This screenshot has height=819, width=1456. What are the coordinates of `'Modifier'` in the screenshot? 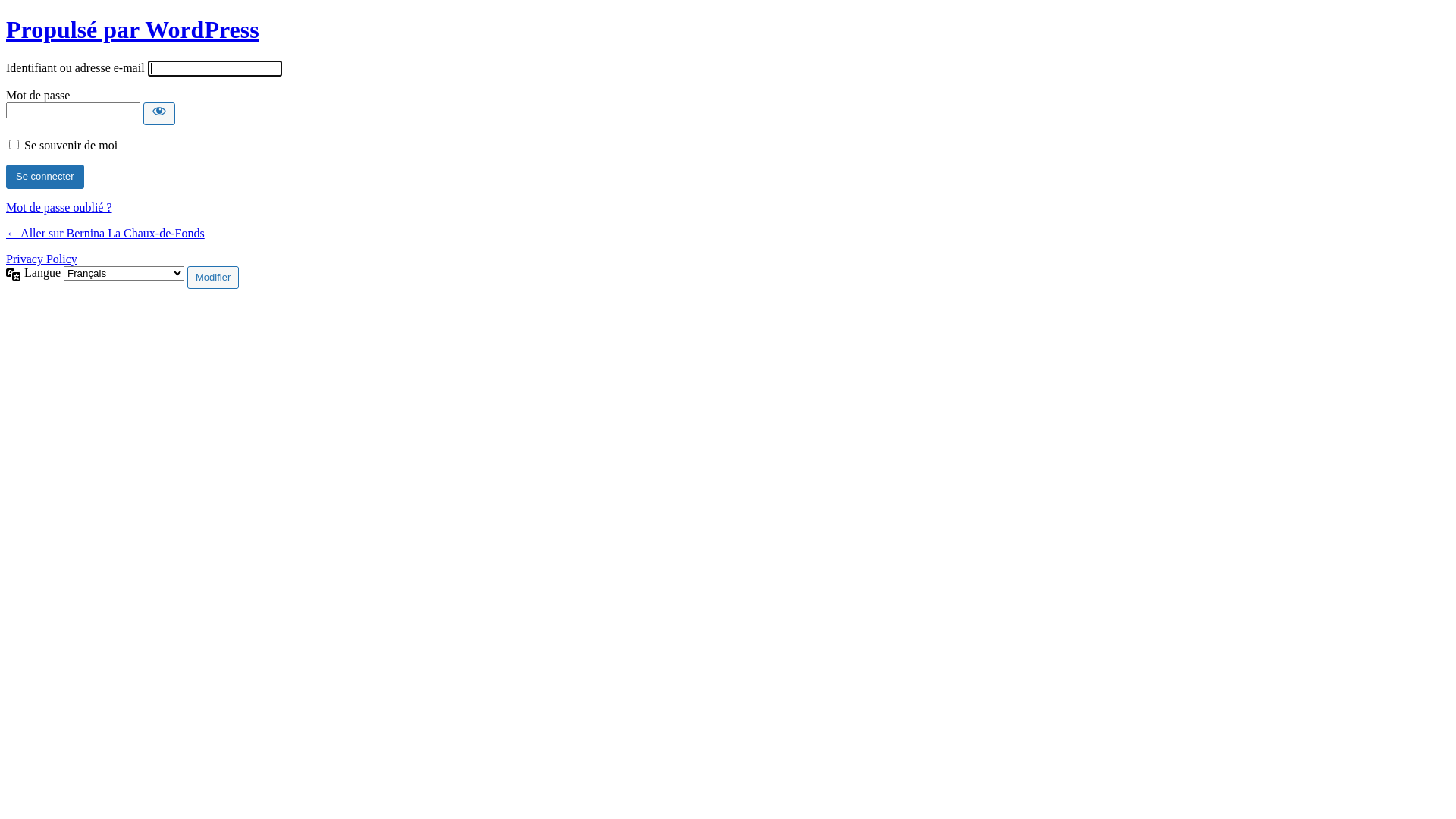 It's located at (212, 278).